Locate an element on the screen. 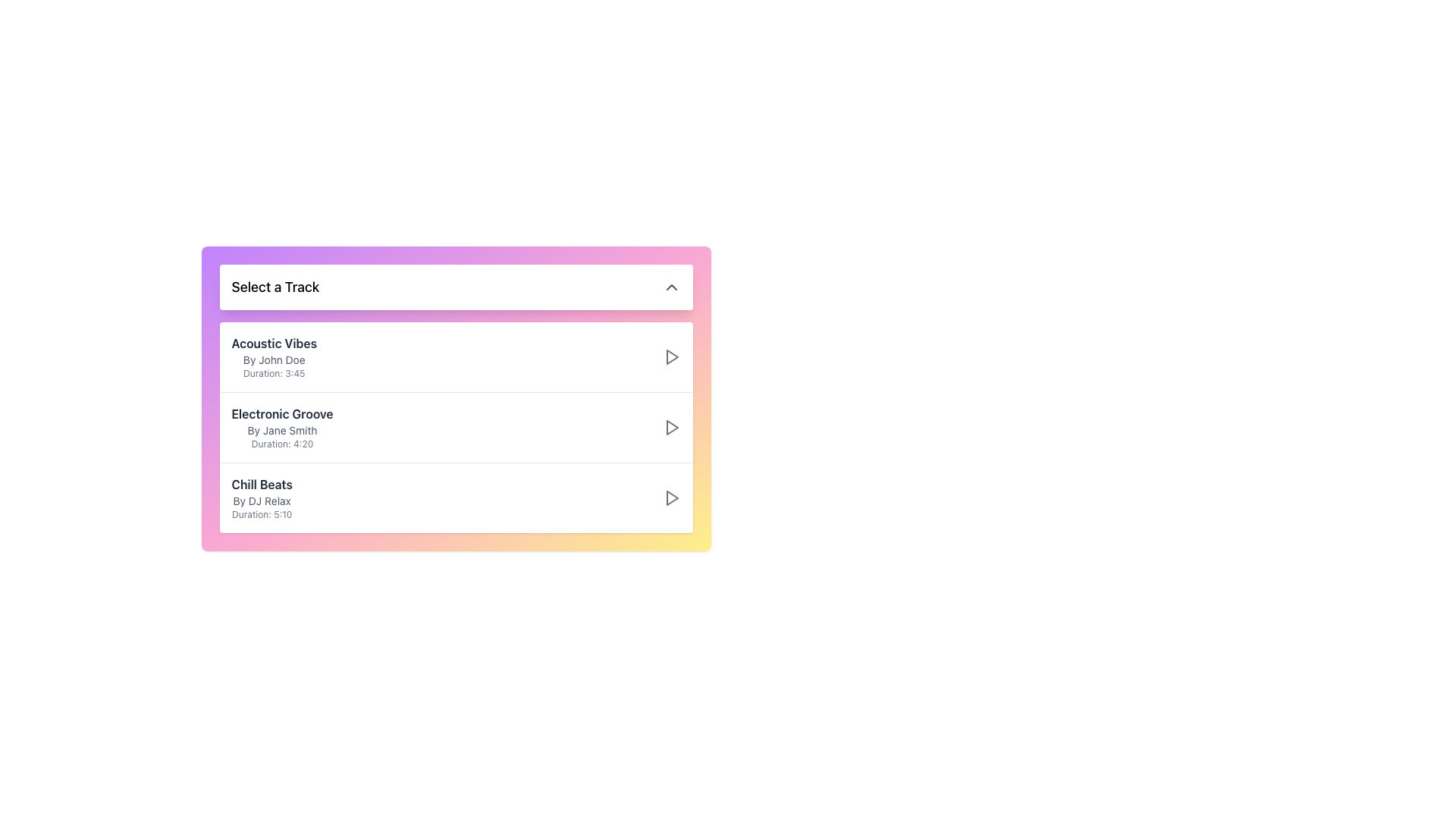 This screenshot has width=1456, height=819. the small gray play button icon, which is a triangular SVG element, located to the far right of the list entry titled 'Electronic Groove' to play the associated track is located at coordinates (670, 427).